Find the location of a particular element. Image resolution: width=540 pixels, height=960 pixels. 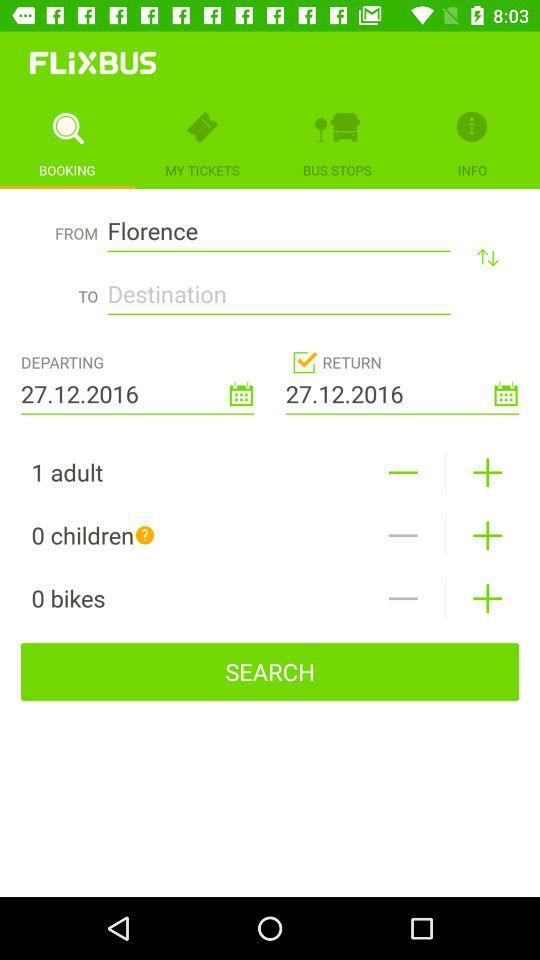

an adult passenger is located at coordinates (486, 472).